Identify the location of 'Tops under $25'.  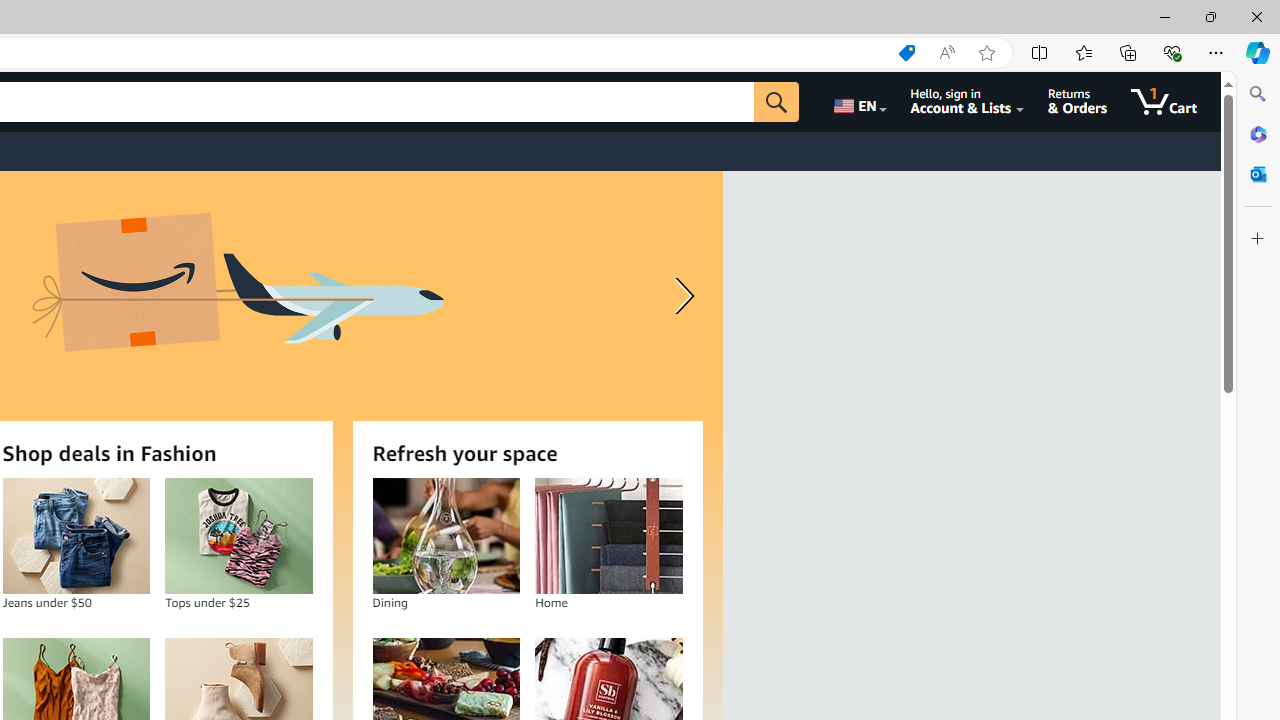
(239, 535).